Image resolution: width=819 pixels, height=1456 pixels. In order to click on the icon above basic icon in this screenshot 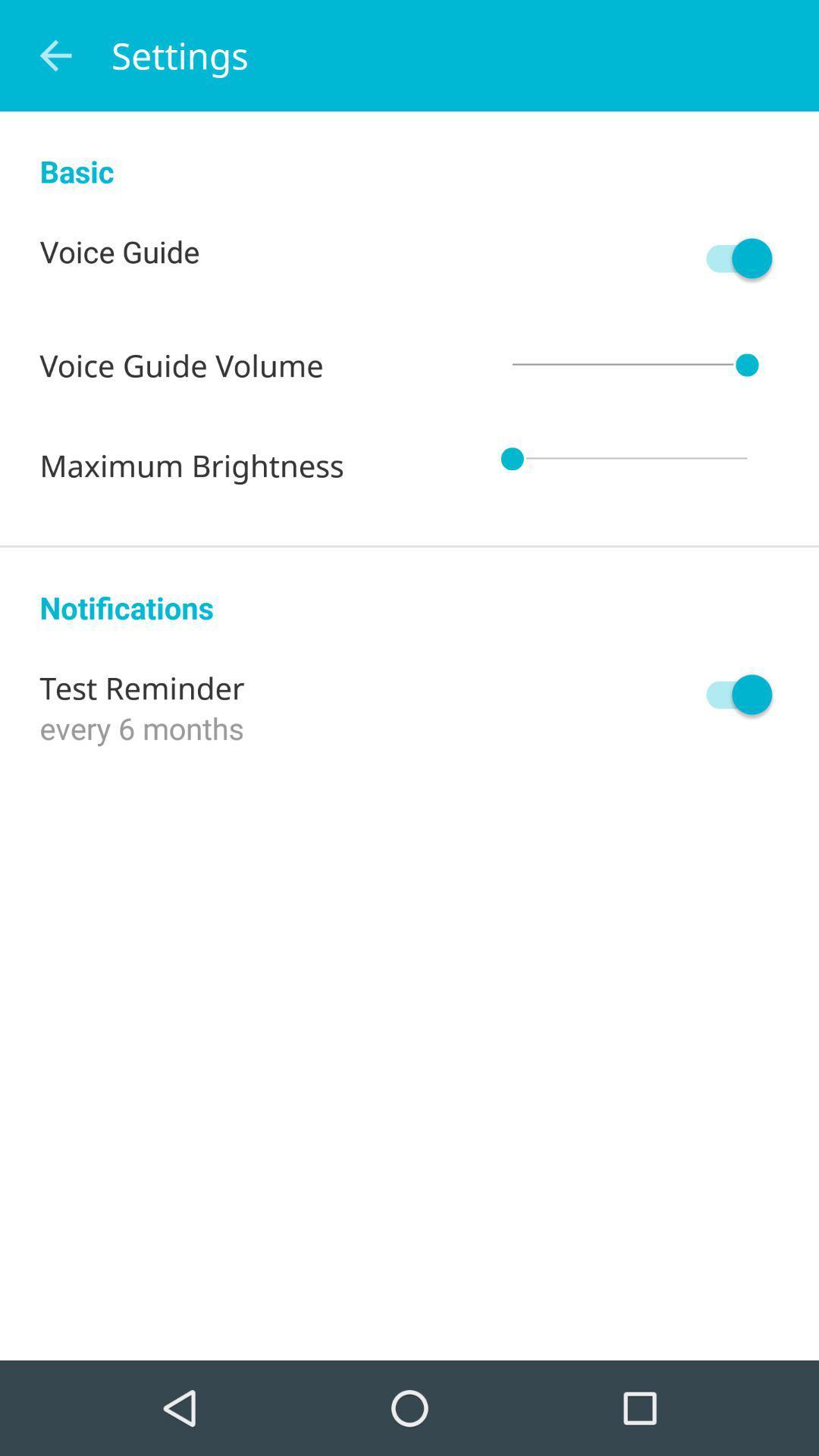, I will do `click(55, 55)`.